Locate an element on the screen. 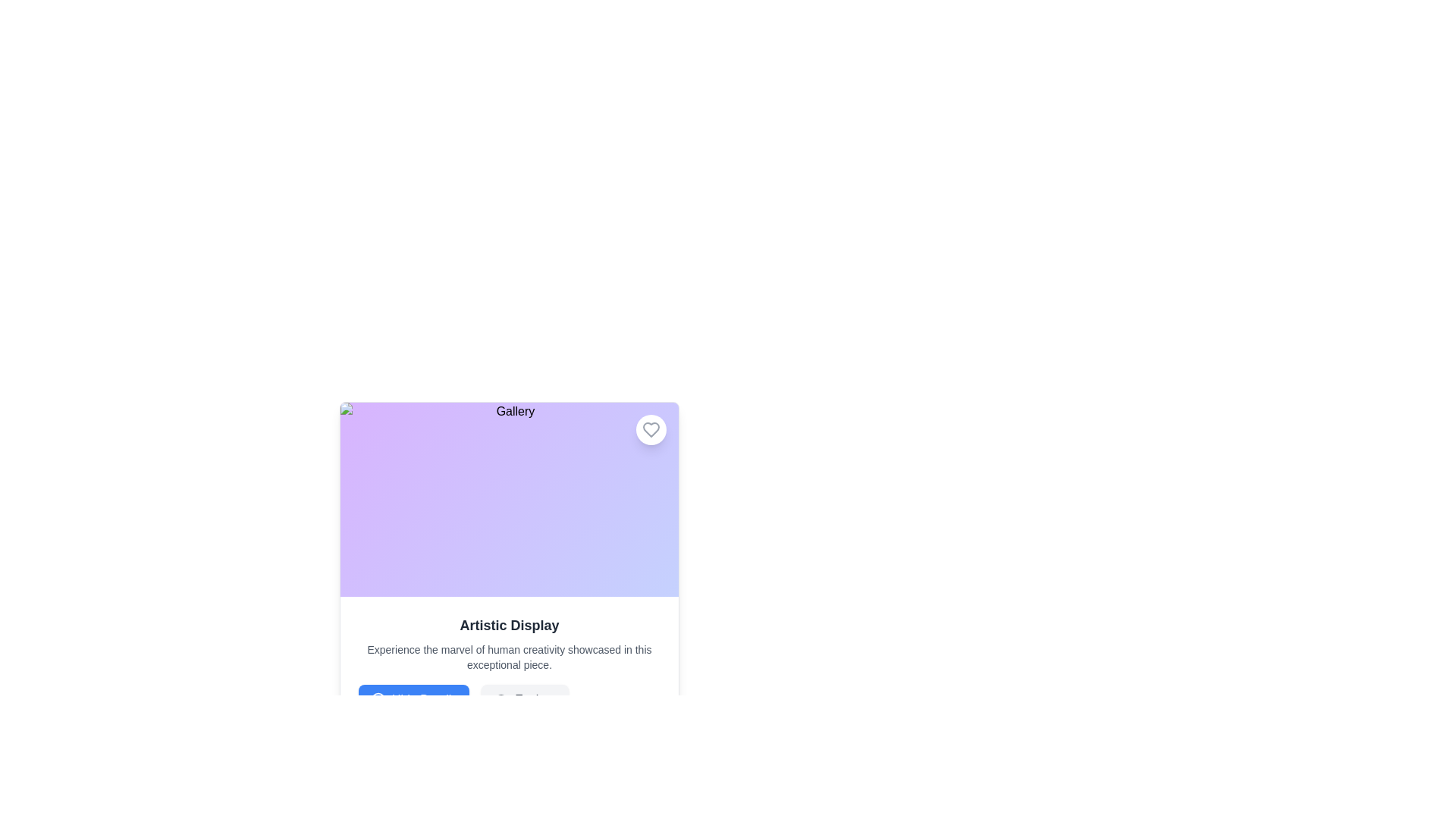 This screenshot has height=819, width=1456. the heart-shaped icon with a hollow interior that has a light gray outline, located in the top-right section of a rectangular card on a purple gradient background is located at coordinates (651, 430).